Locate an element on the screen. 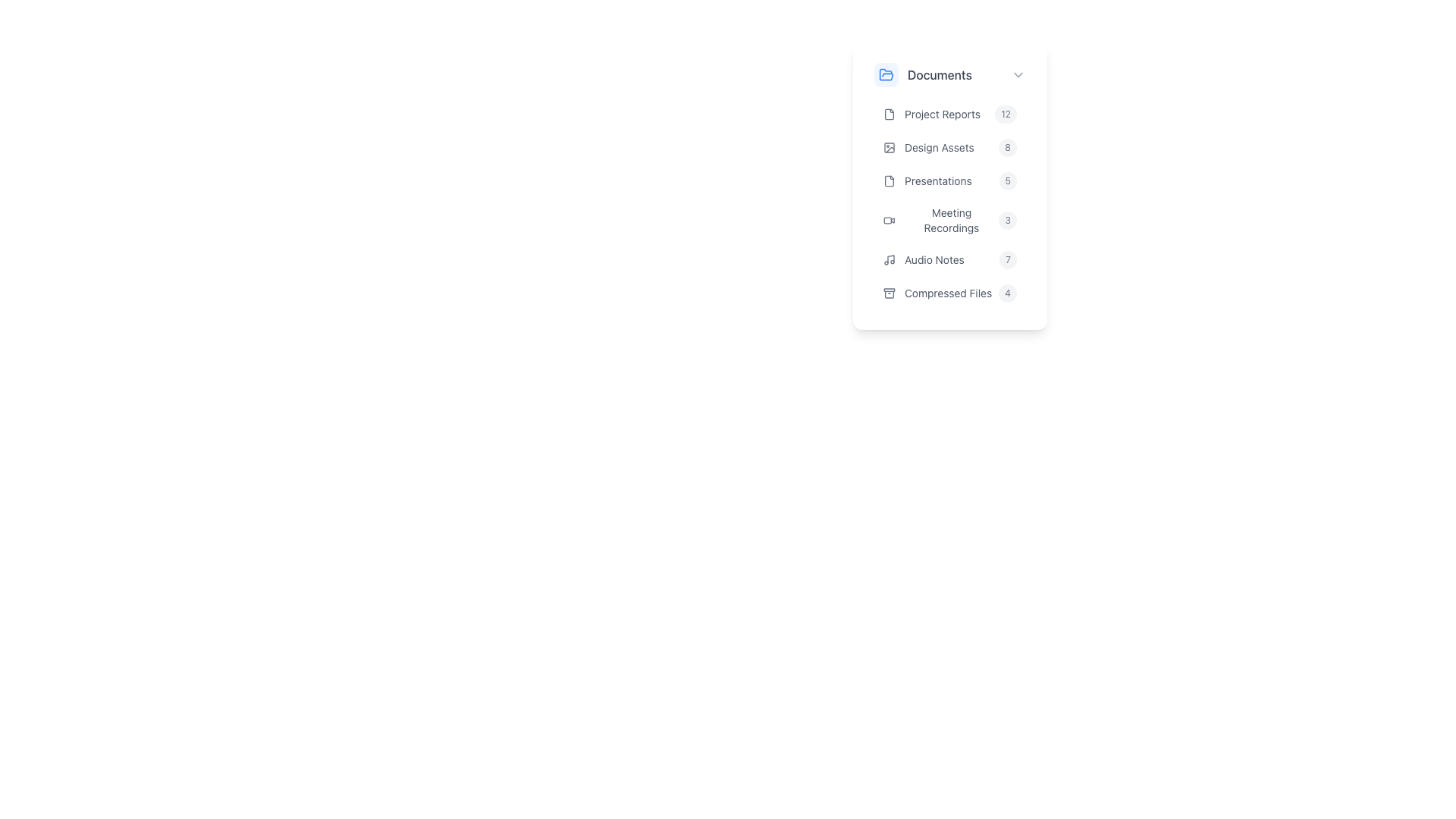  the 'Presentations' text label that is gray and changes to blue on hover, located between a file icon and a badge displaying the number 5, as the third item under the 'Documents' header is located at coordinates (937, 180).